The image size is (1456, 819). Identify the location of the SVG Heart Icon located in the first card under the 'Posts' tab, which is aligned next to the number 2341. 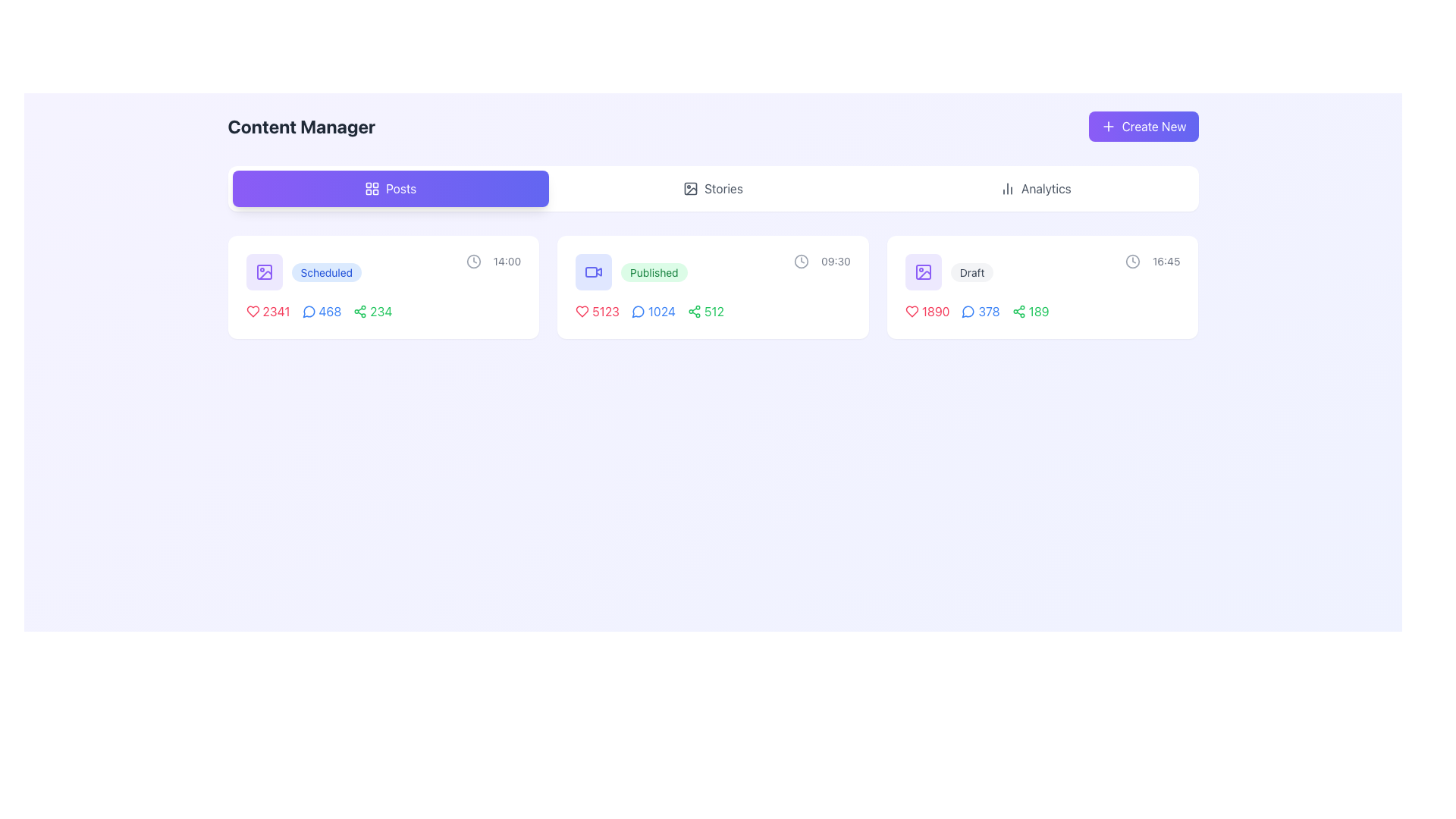
(253, 311).